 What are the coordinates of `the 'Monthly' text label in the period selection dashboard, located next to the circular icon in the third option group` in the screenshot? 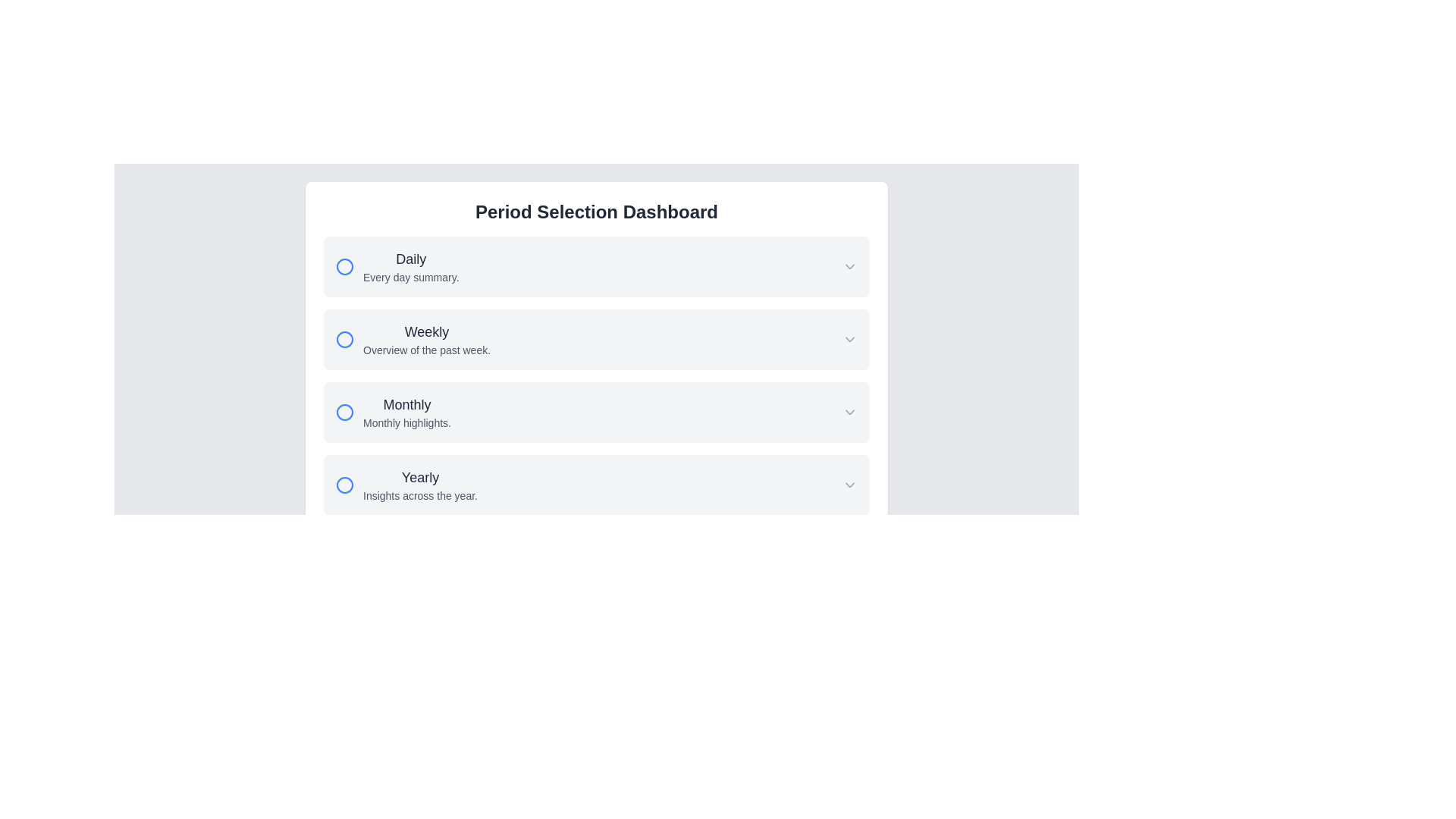 It's located at (393, 412).